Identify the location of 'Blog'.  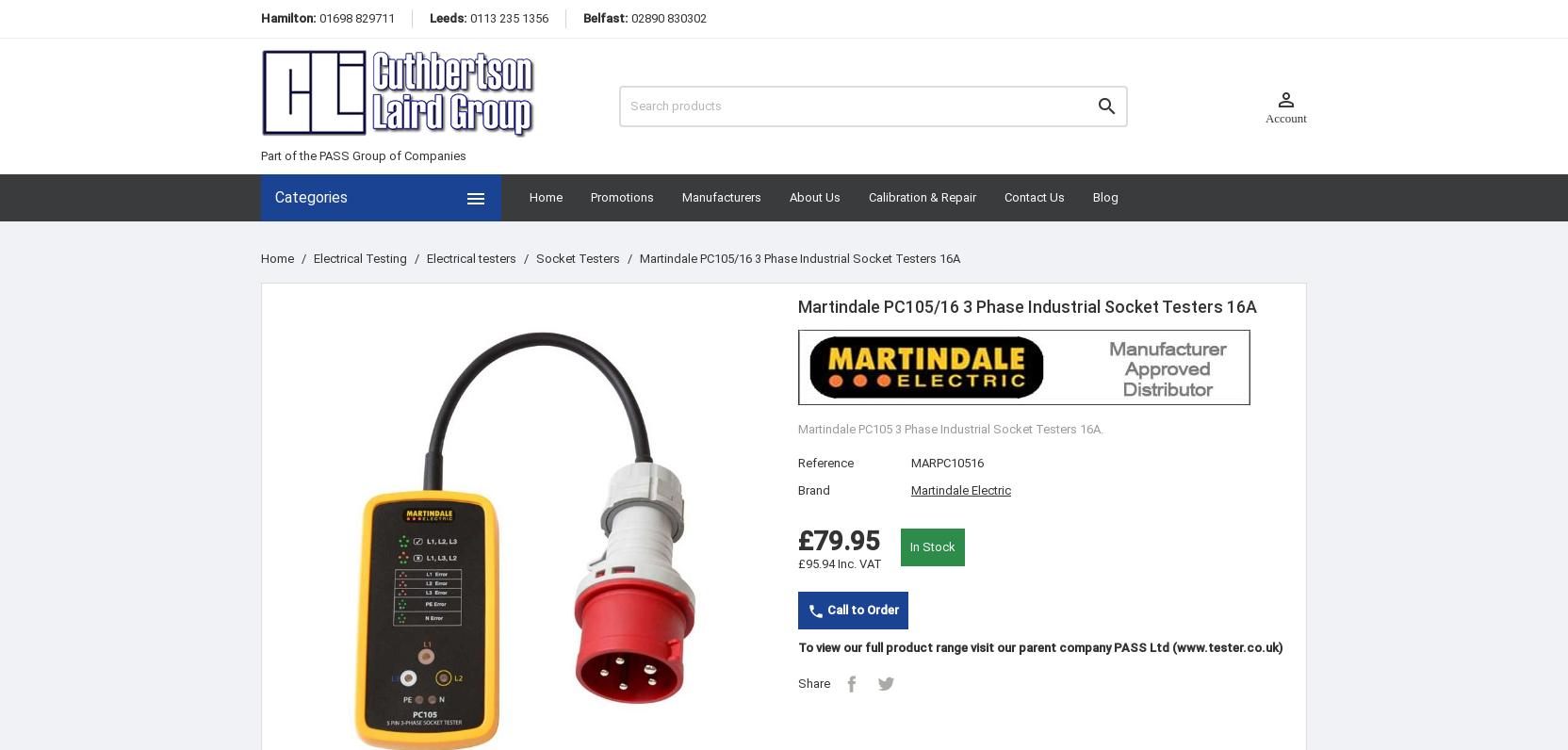
(1104, 196).